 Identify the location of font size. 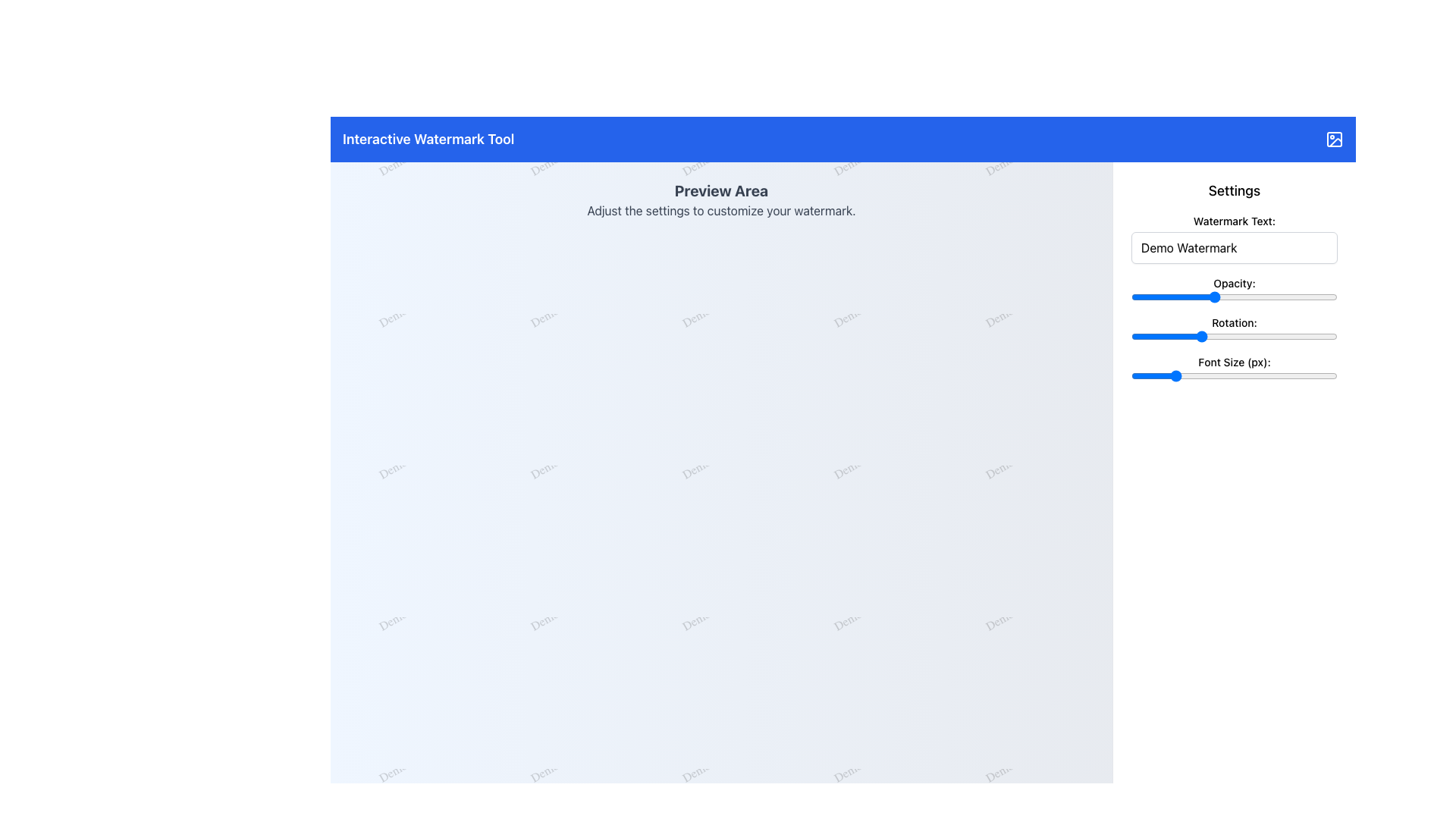
(1329, 375).